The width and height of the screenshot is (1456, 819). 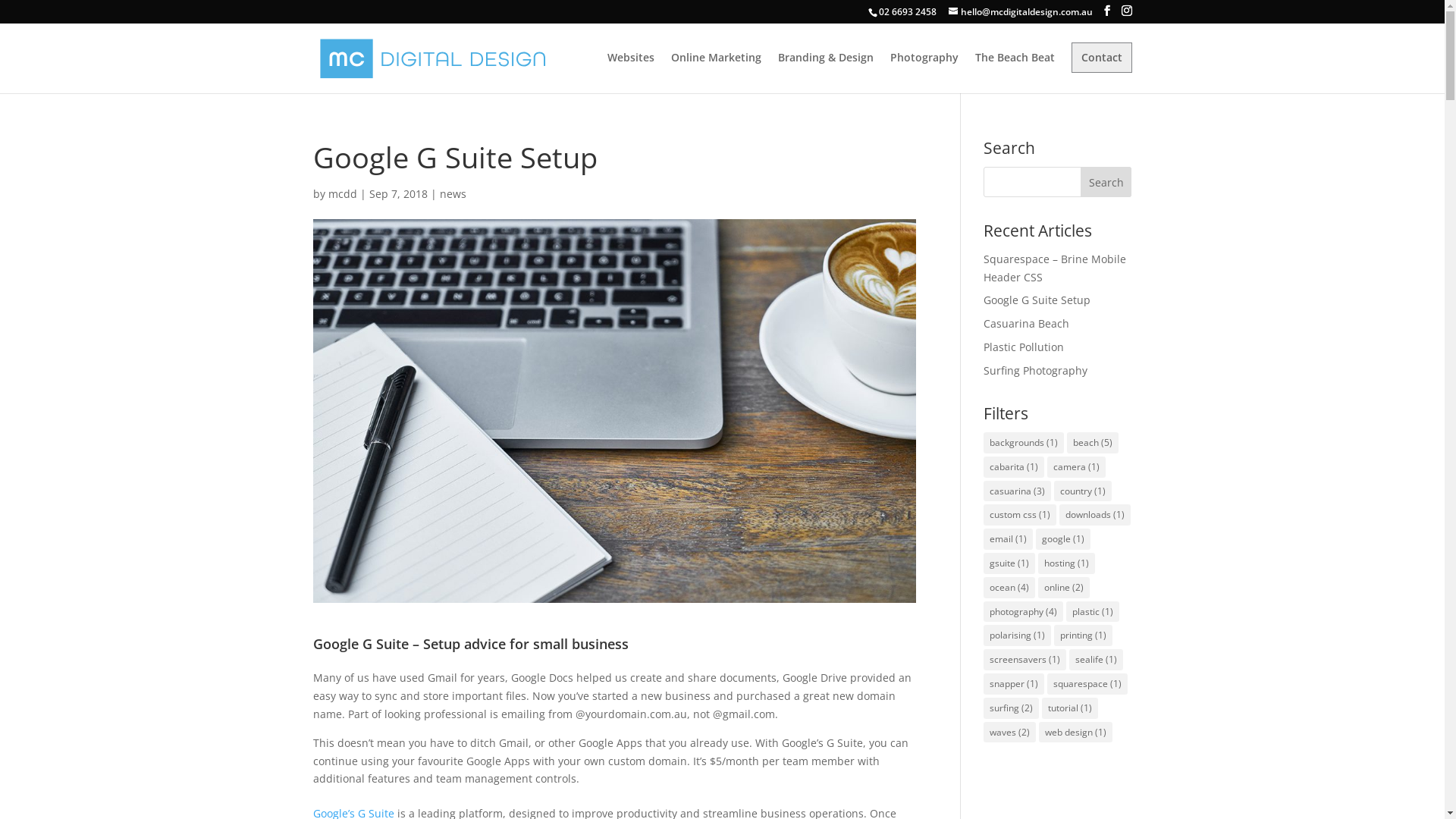 I want to click on 'web design (1)', so click(x=1075, y=731).